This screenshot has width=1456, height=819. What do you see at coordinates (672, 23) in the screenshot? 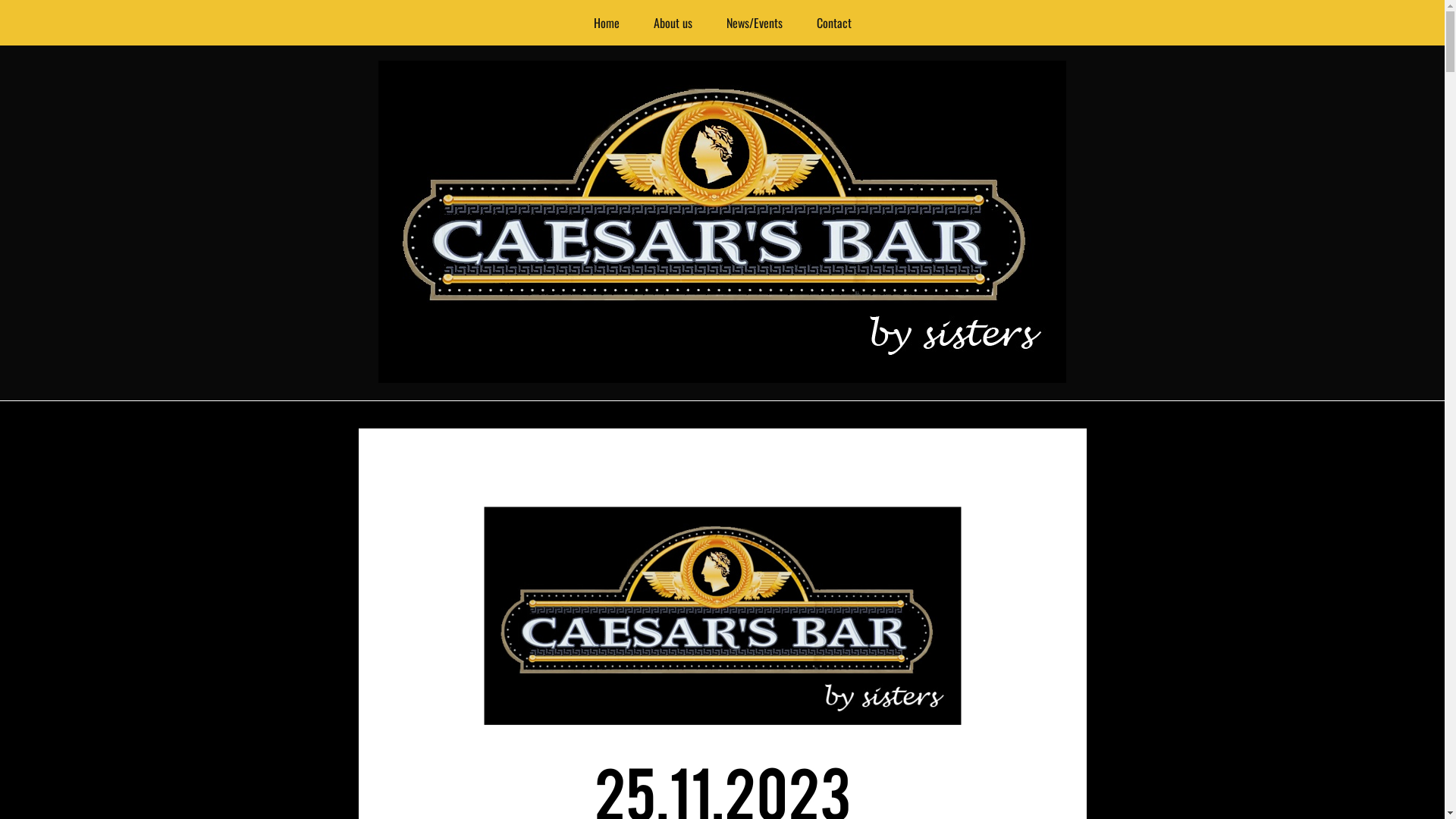
I see `'About us'` at bounding box center [672, 23].